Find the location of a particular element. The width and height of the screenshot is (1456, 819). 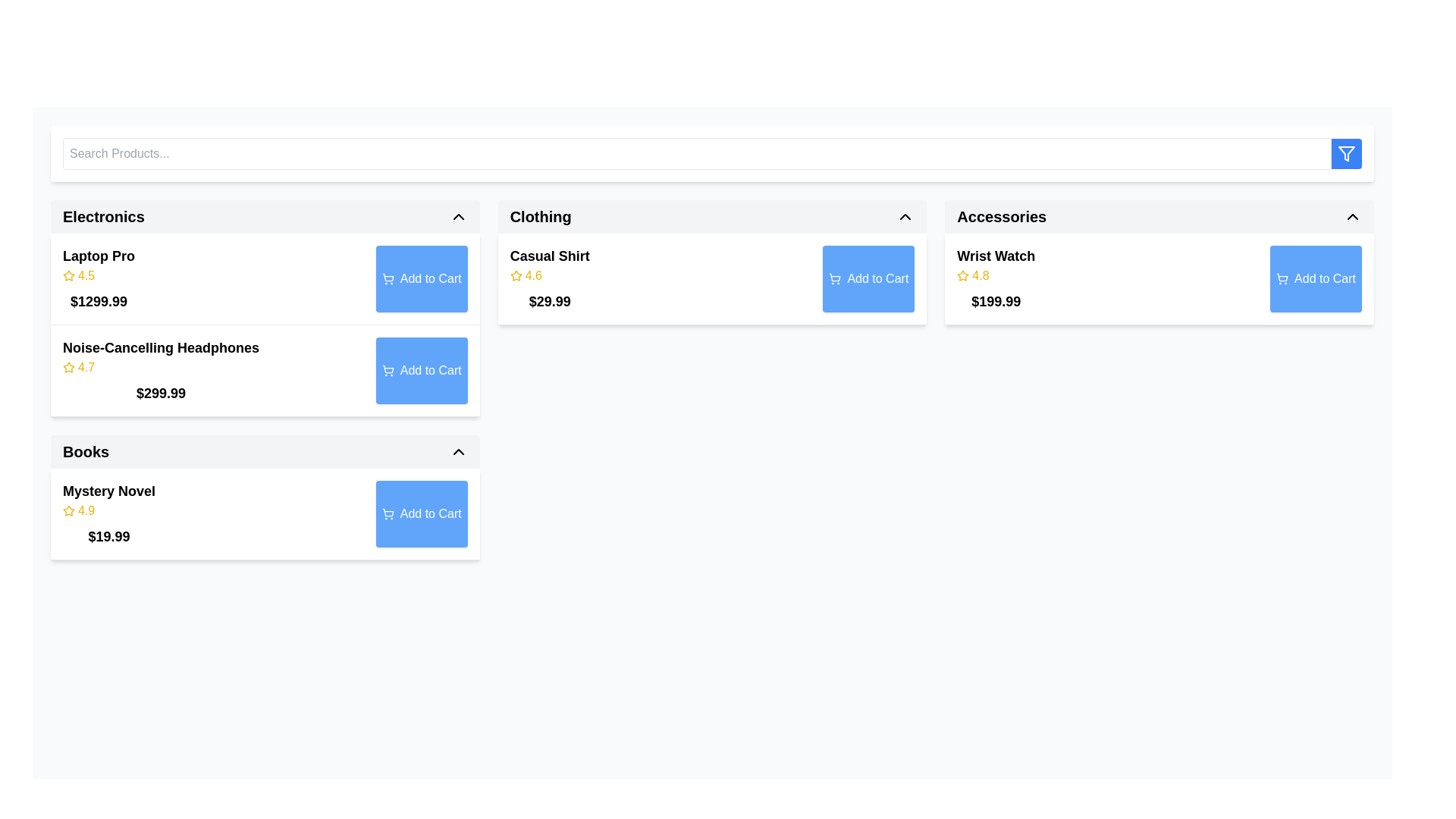

the rating icon for the 'Wrist Watch' product, which visually represents a score of '4.8' in the 'Accessories' section is located at coordinates (962, 275).